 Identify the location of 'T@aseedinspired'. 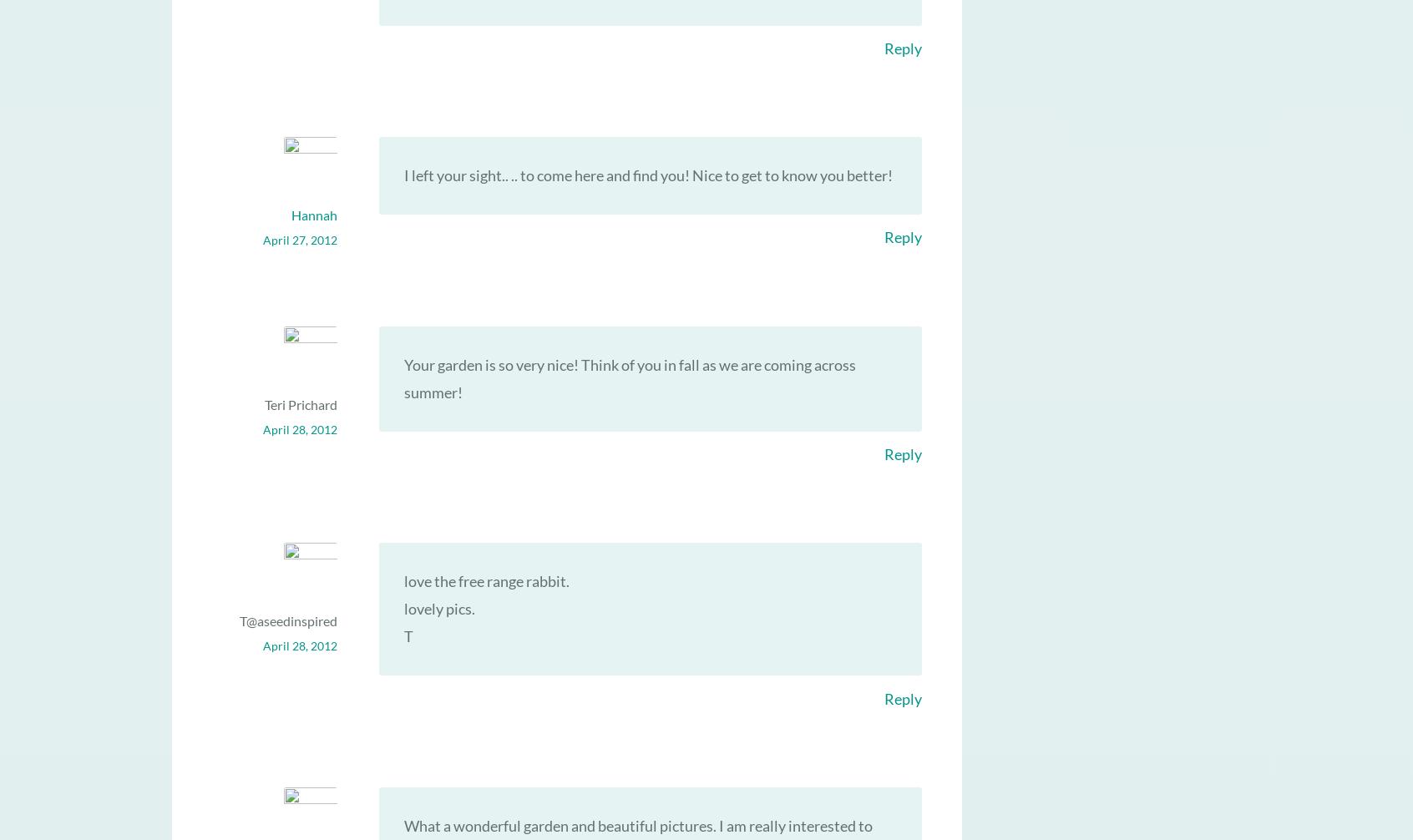
(287, 620).